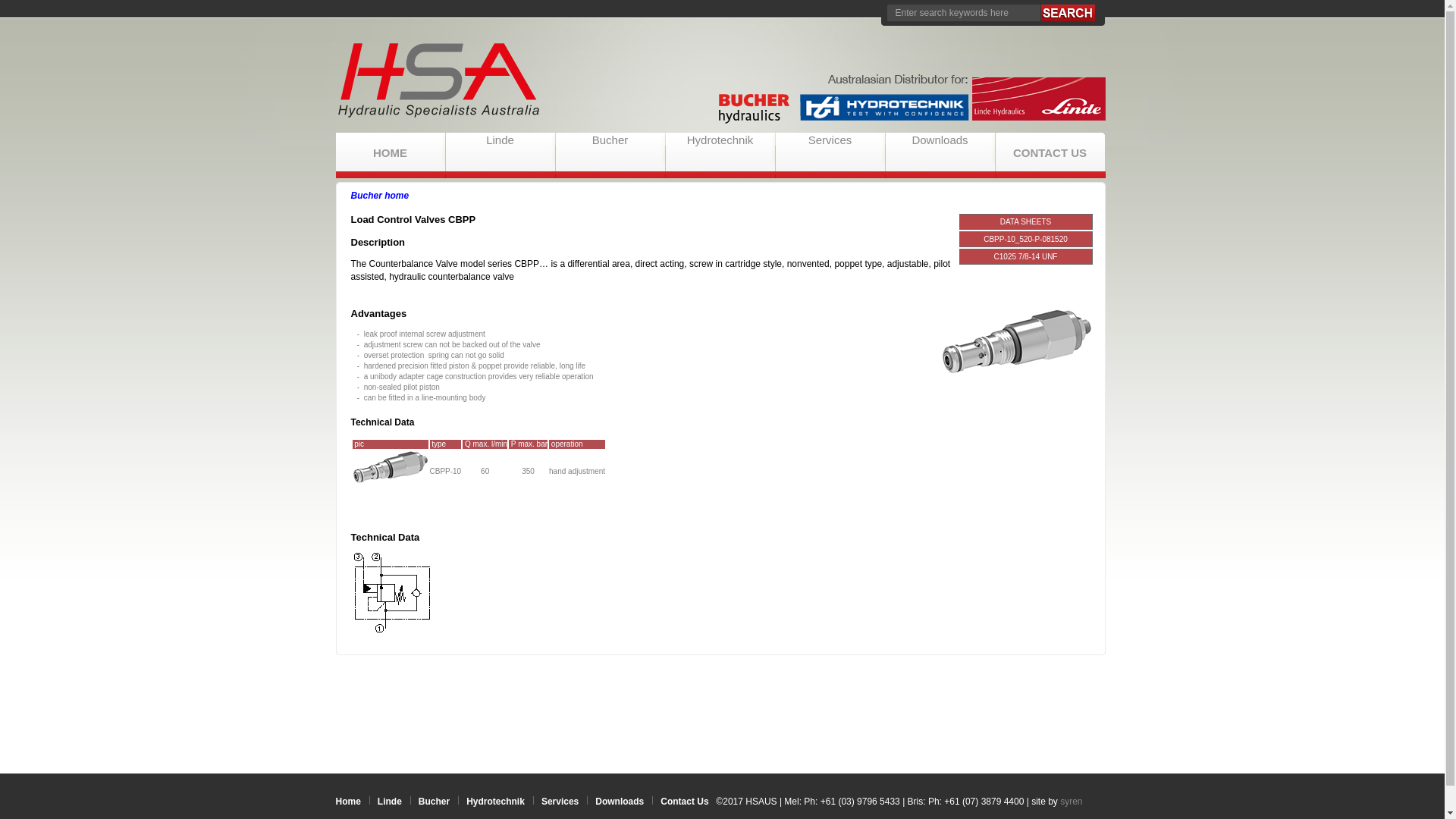 This screenshot has width=1456, height=819. Describe the element at coordinates (559, 800) in the screenshot. I see `'Services'` at that location.